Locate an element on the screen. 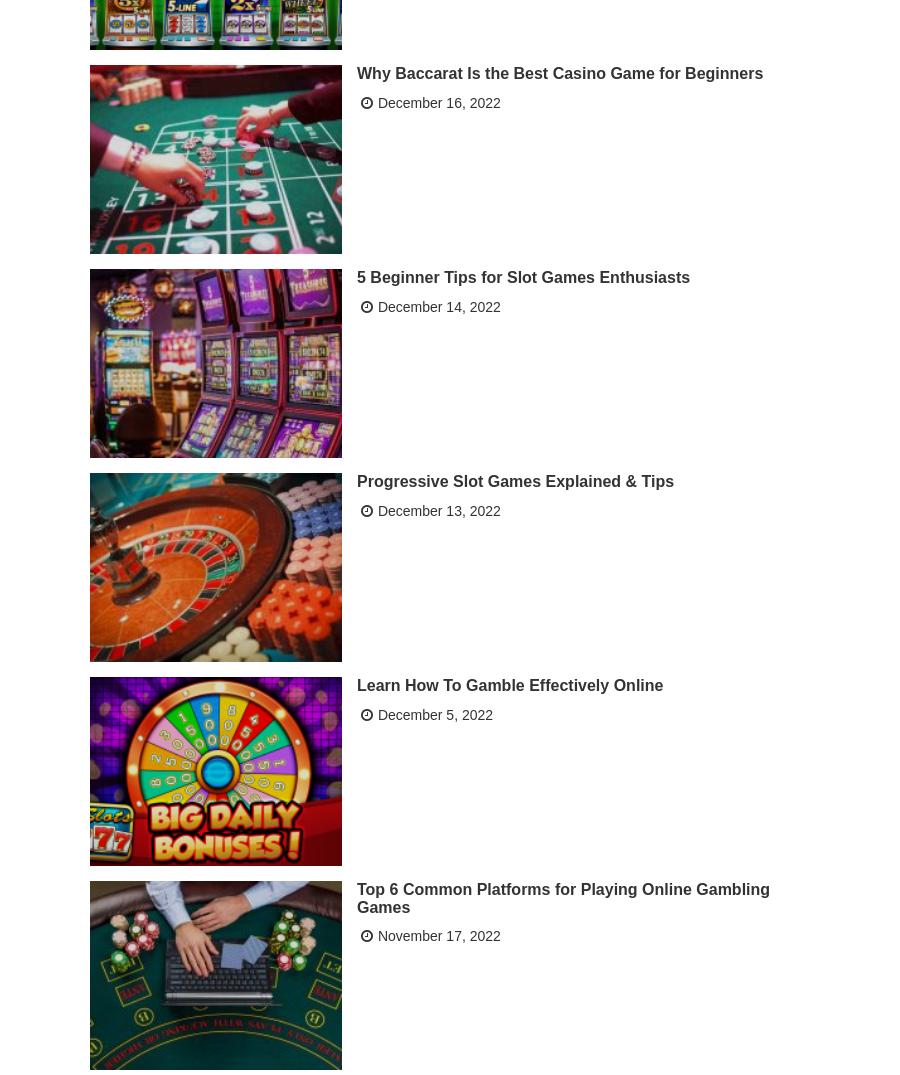  'December 5, 2022' is located at coordinates (434, 712).